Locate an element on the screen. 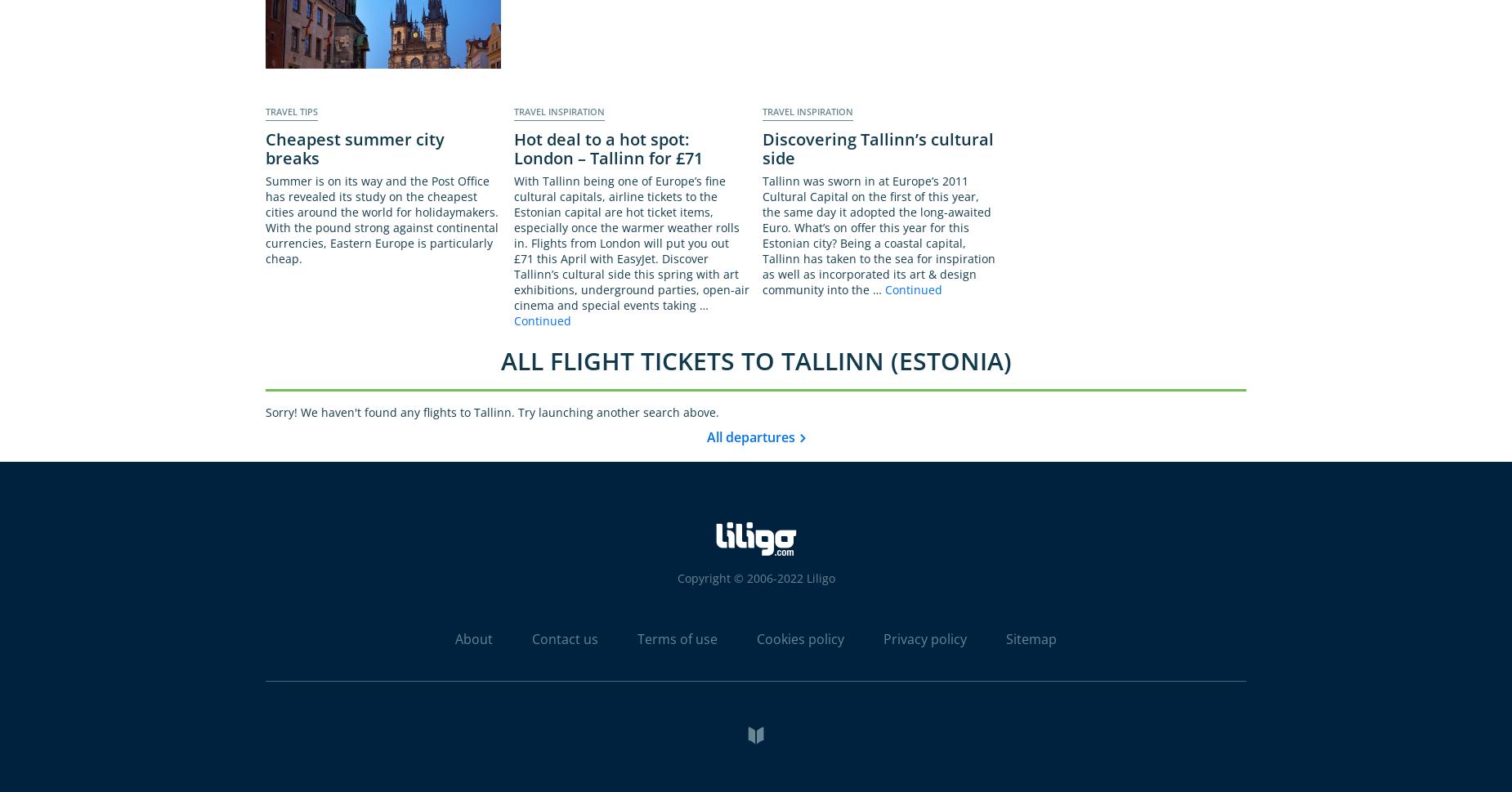 The width and height of the screenshot is (1512, 792). 'About' is located at coordinates (473, 638).